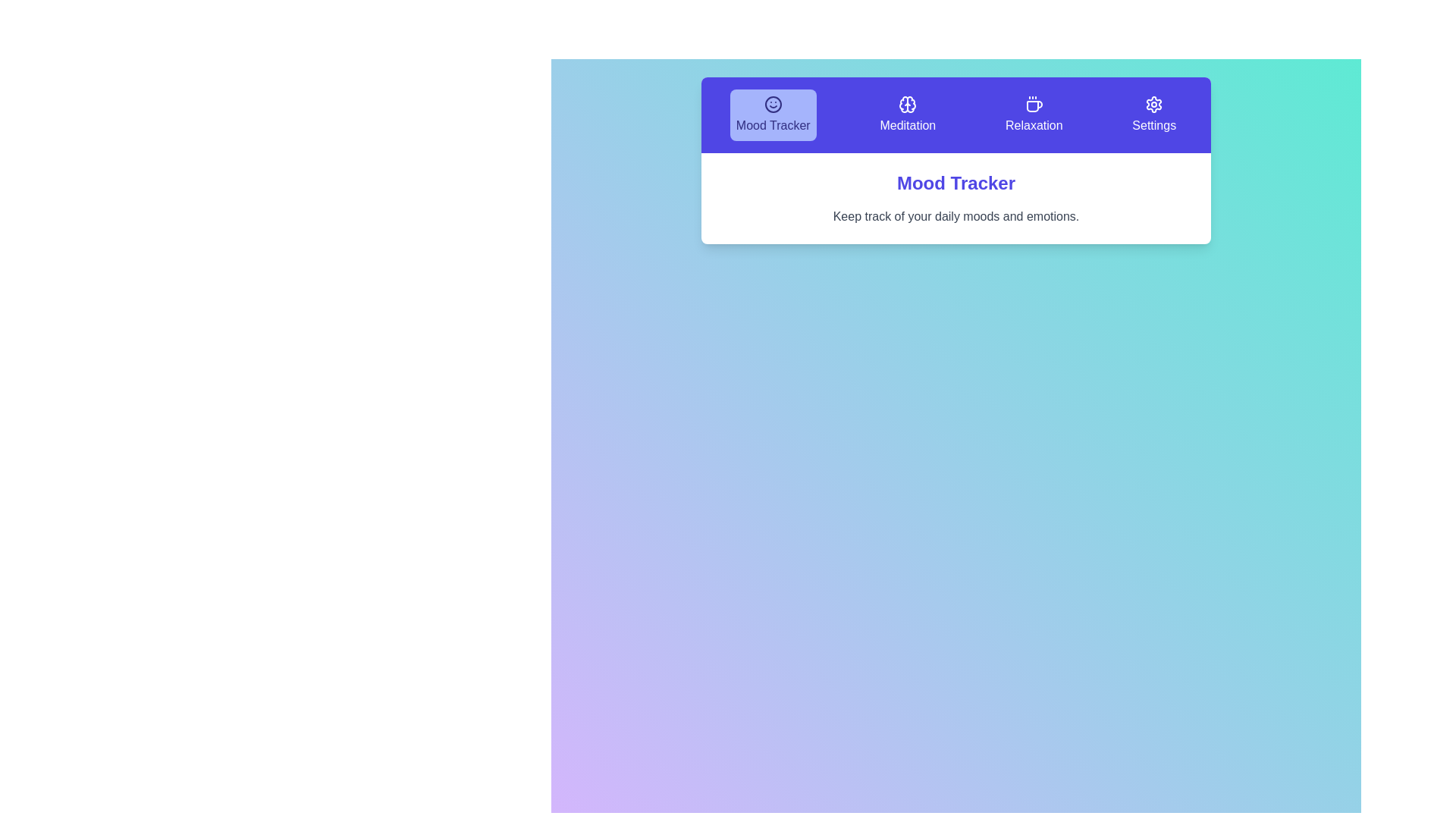 This screenshot has width=1456, height=819. Describe the element at coordinates (773, 104) in the screenshot. I see `the smiley face icon with a blue background and dark blue details, located in the 'Mood Tracker' section` at that location.